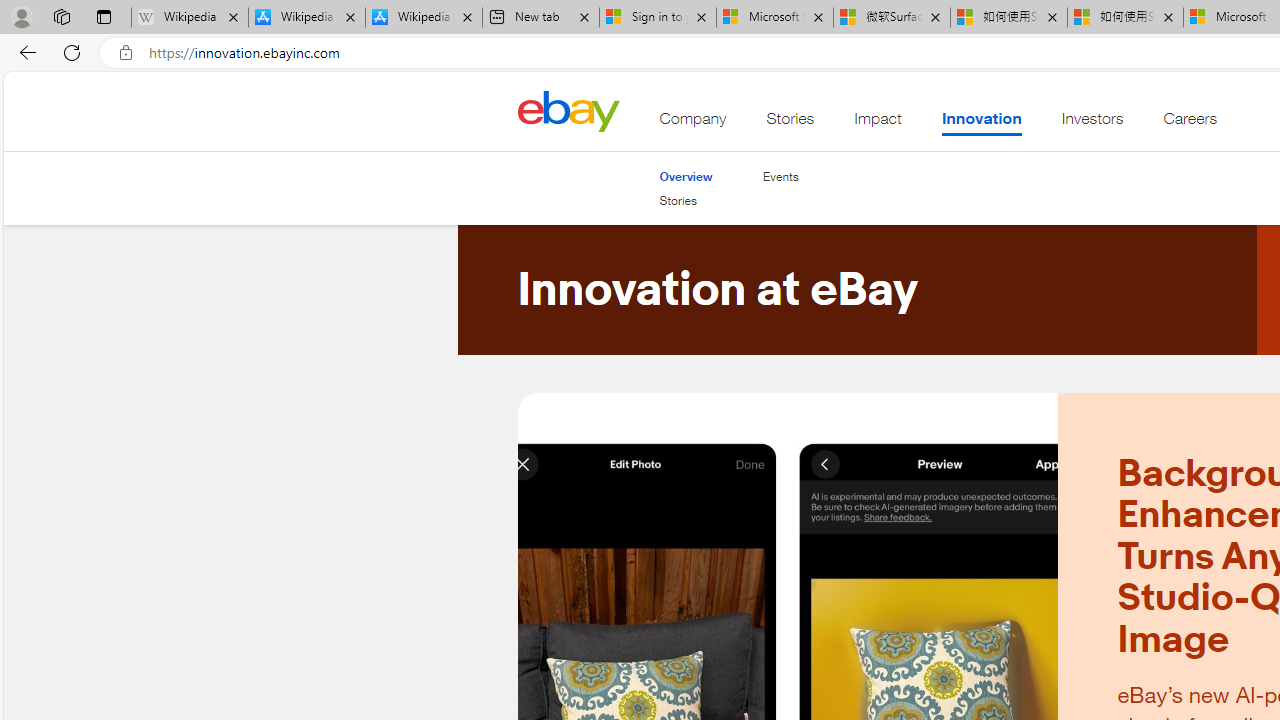  What do you see at coordinates (686, 175) in the screenshot?
I see `'Overview'` at bounding box center [686, 175].